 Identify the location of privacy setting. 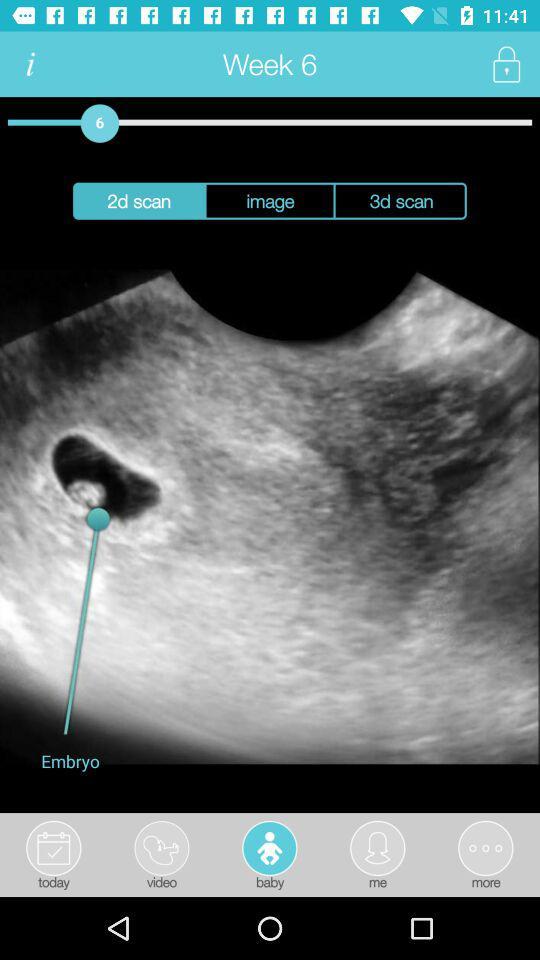
(505, 64).